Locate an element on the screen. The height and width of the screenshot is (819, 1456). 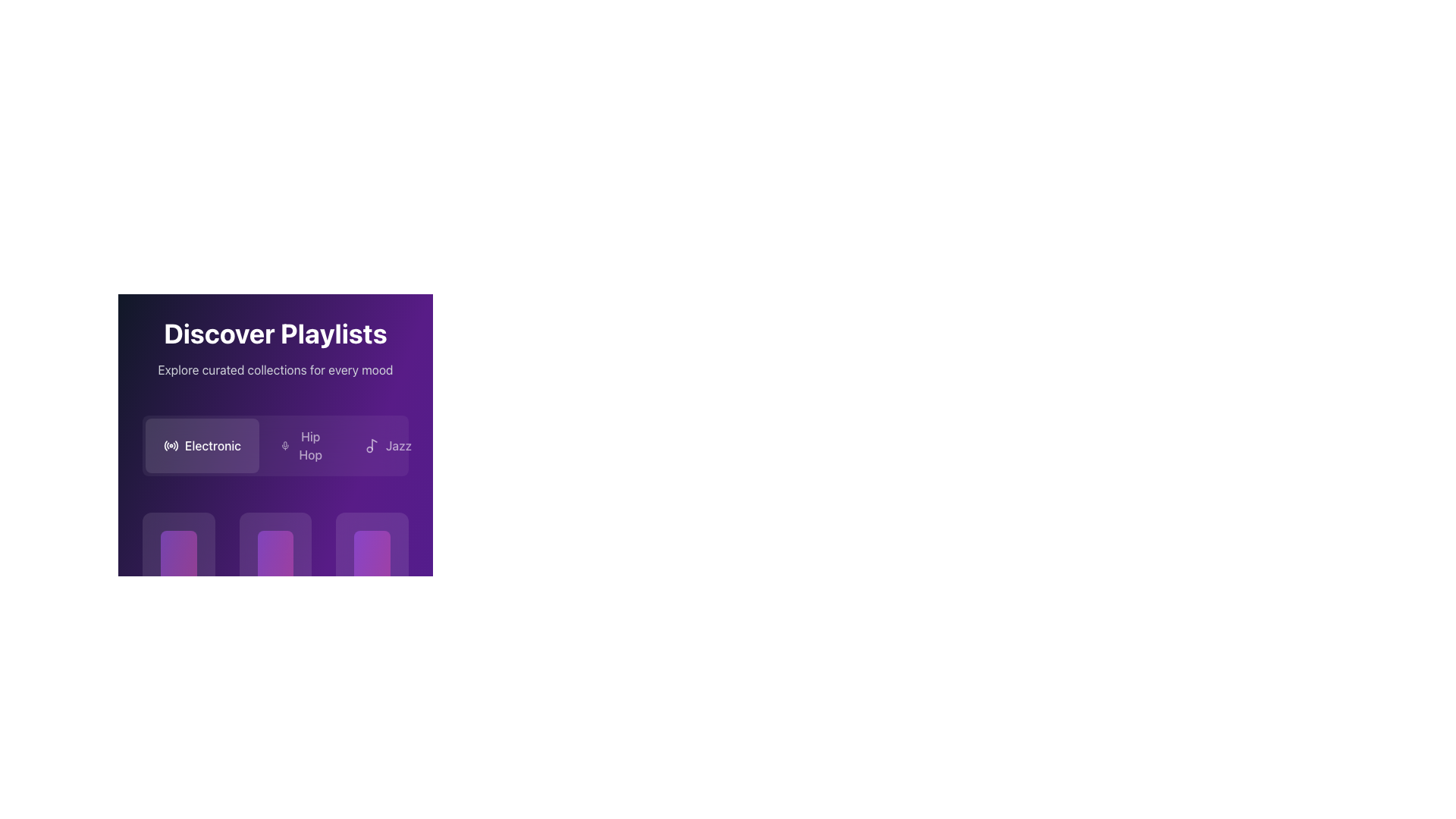
the static text element that reads 'Explore curated collections for every mood', which is styled in a lighter gray shade and located below the heading 'Discover Playlists' is located at coordinates (275, 370).